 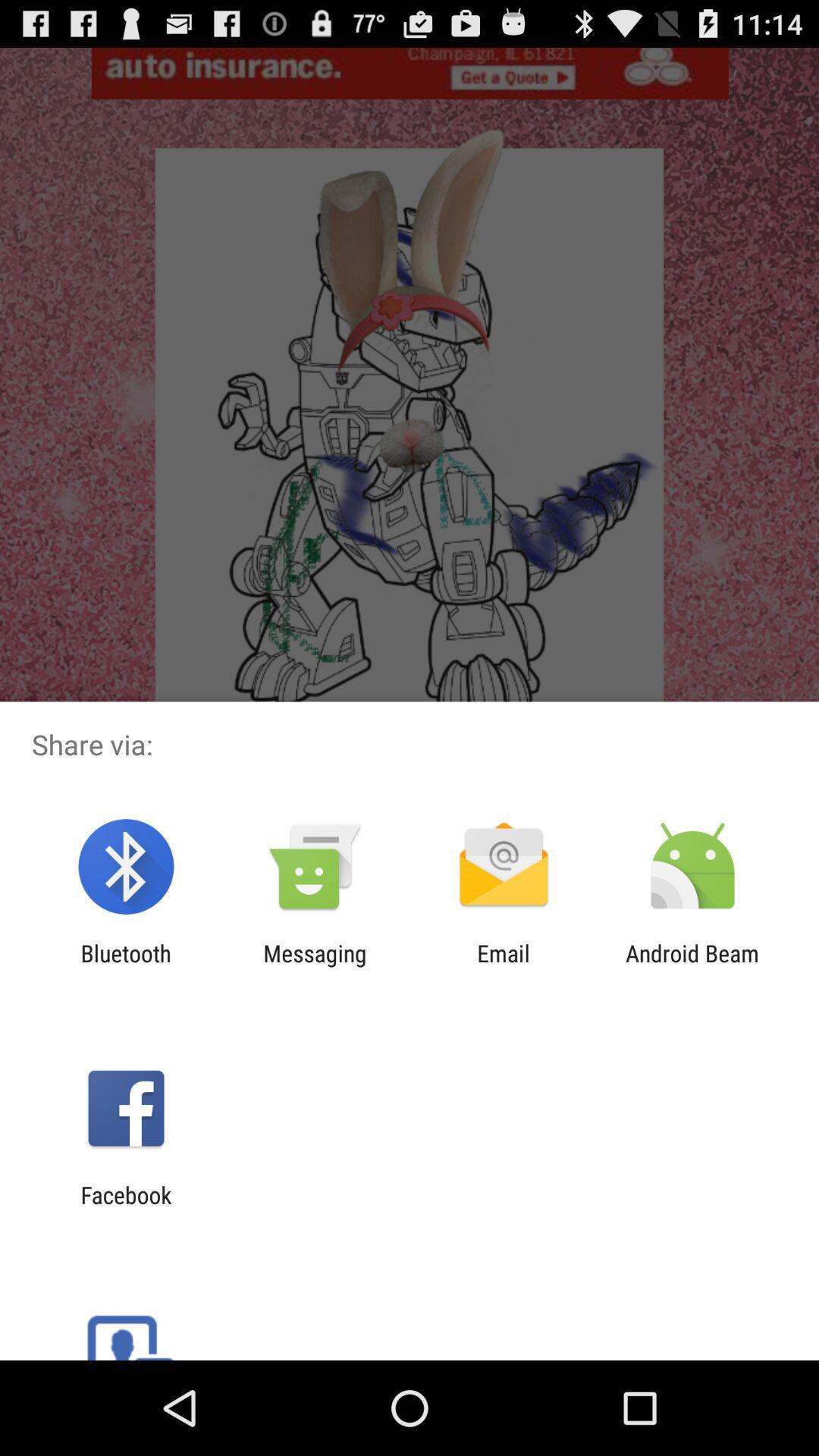 What do you see at coordinates (314, 966) in the screenshot?
I see `icon next to the bluetooth` at bounding box center [314, 966].